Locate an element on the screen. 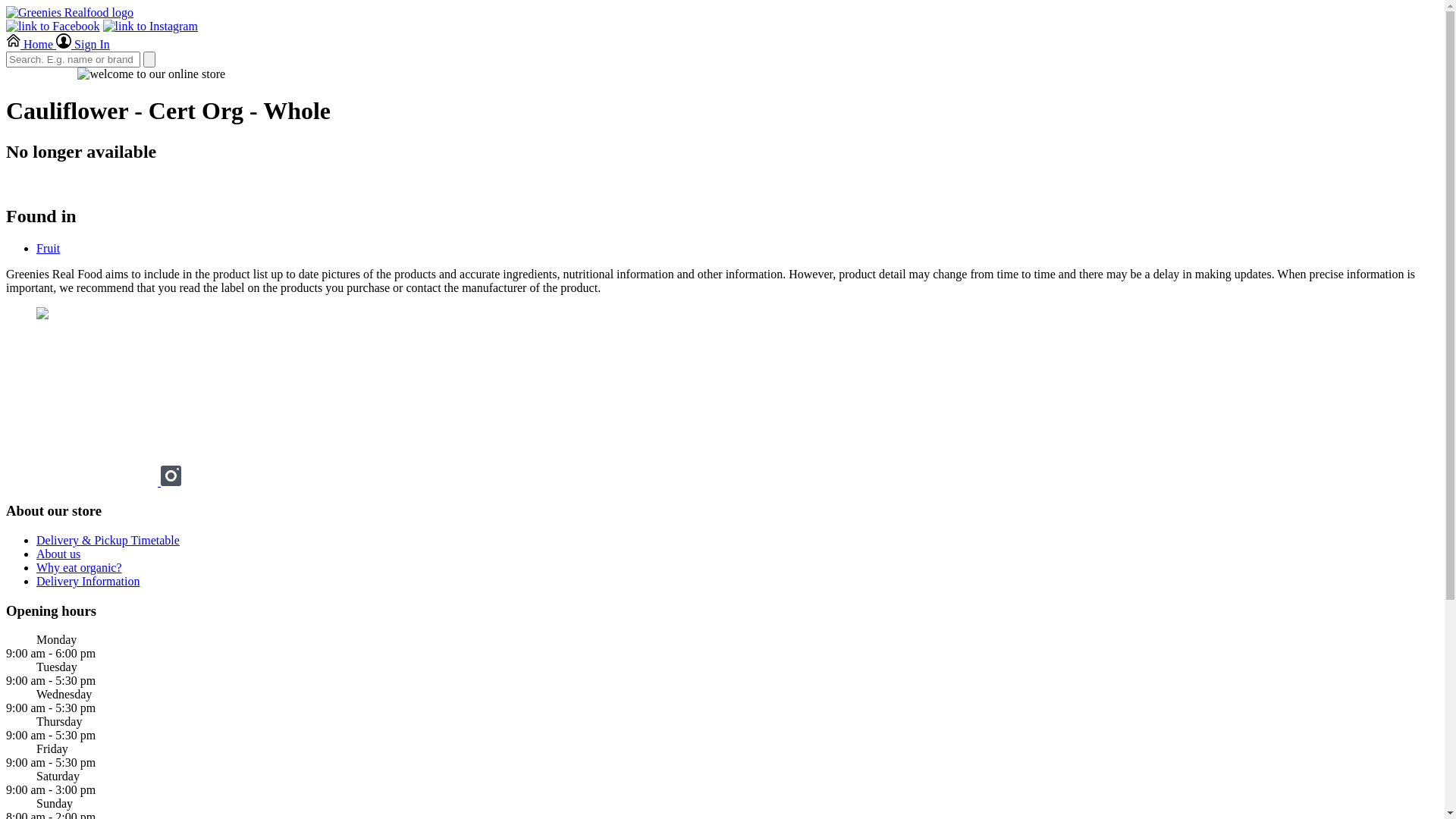  'Sign In' is located at coordinates (82, 43).